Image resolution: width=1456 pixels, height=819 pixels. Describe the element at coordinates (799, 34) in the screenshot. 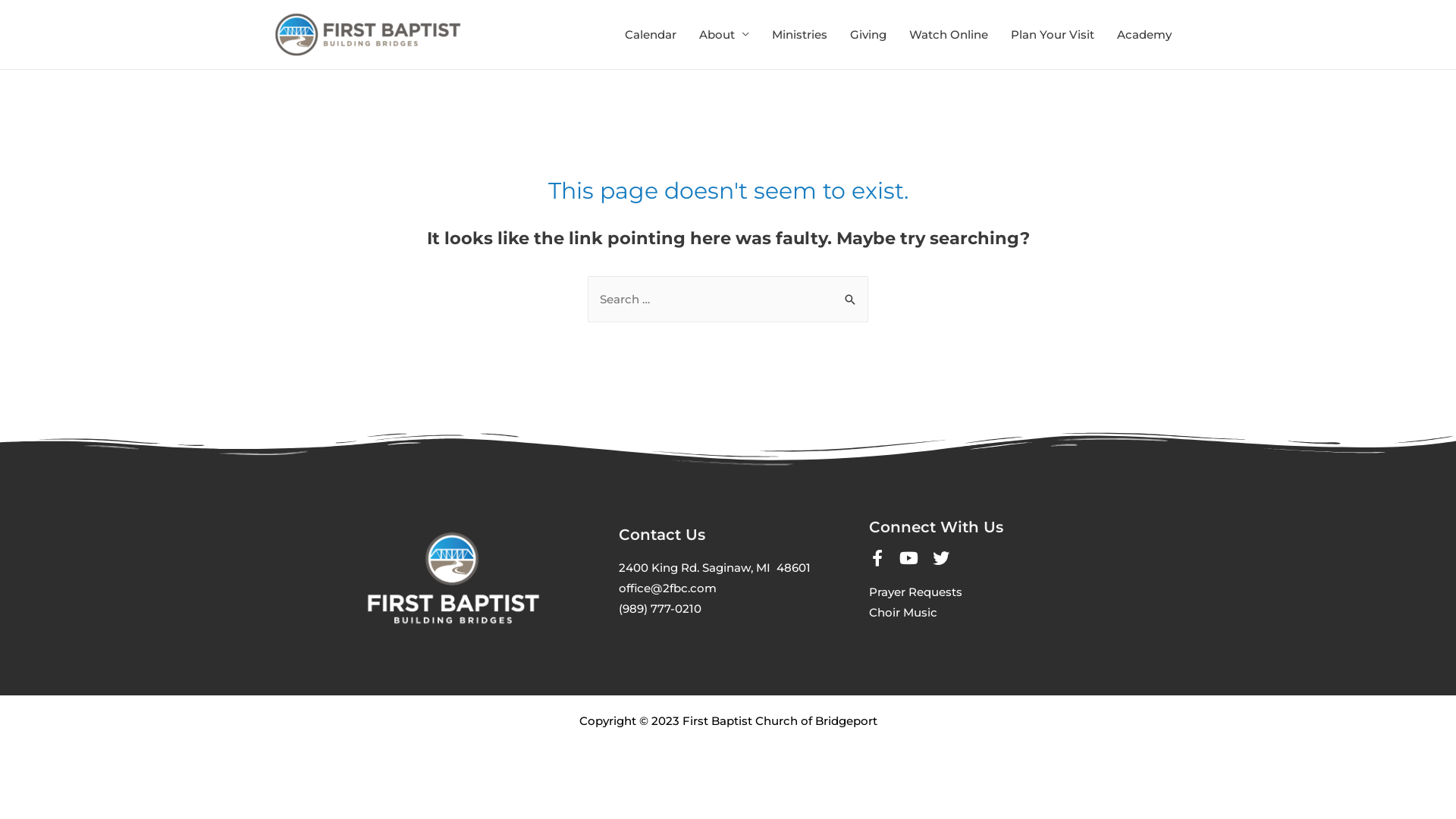

I see `'Ministries'` at that location.